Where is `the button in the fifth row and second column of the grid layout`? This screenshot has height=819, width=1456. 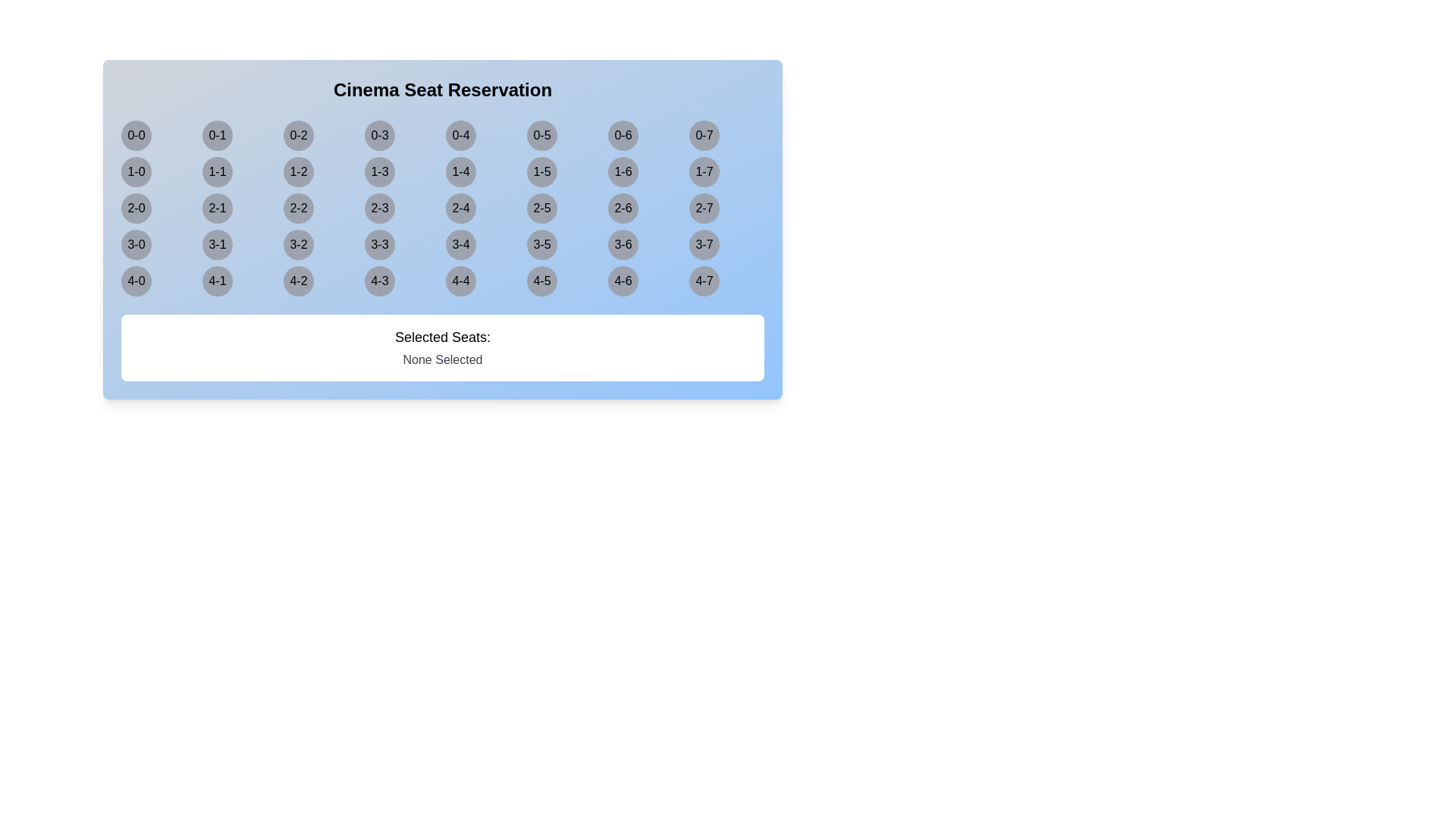
the button in the fifth row and second column of the grid layout is located at coordinates (217, 281).